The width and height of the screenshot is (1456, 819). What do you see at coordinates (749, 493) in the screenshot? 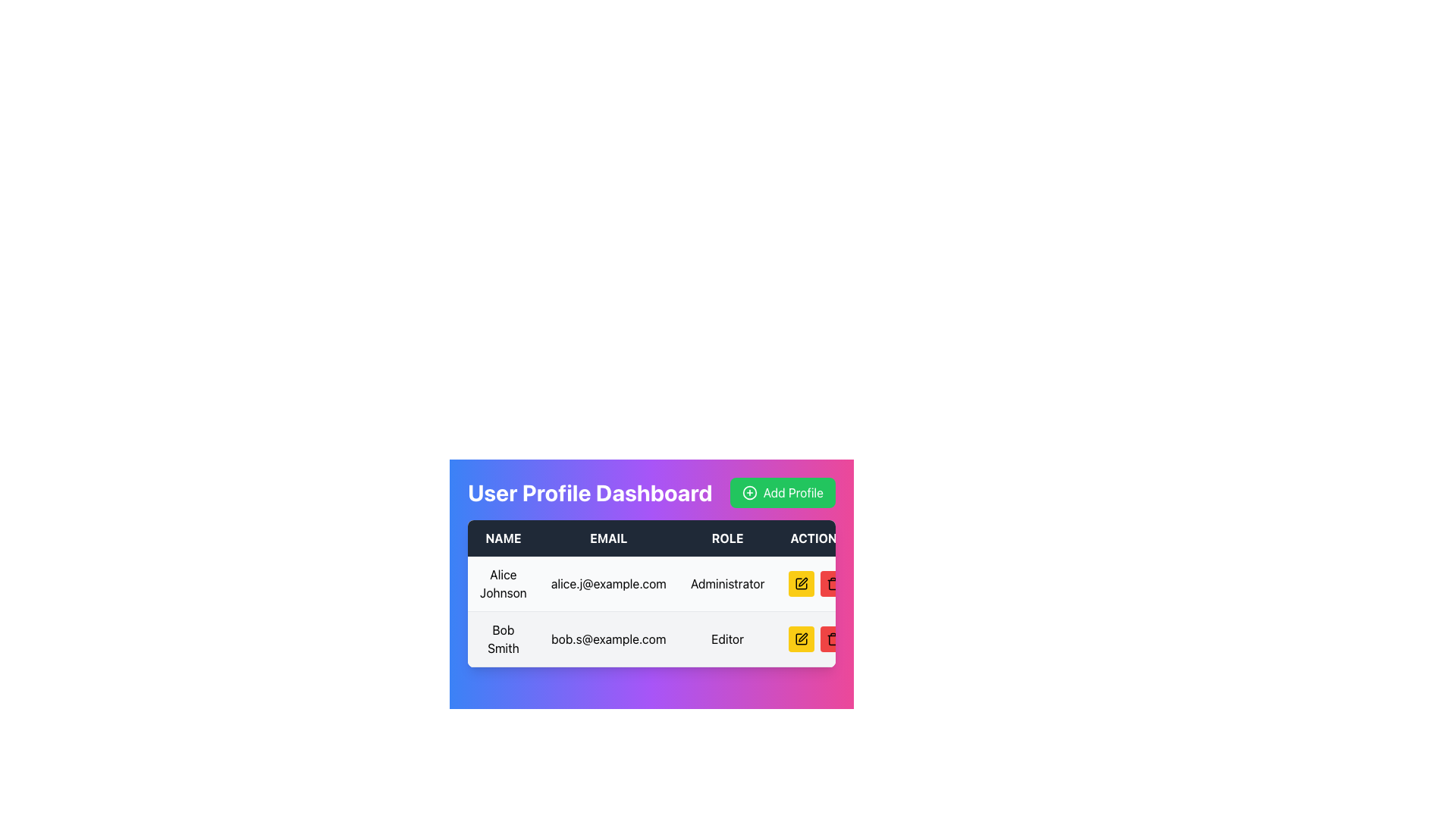
I see `the 'Add Profile' button located at the top right of the user interface` at bounding box center [749, 493].